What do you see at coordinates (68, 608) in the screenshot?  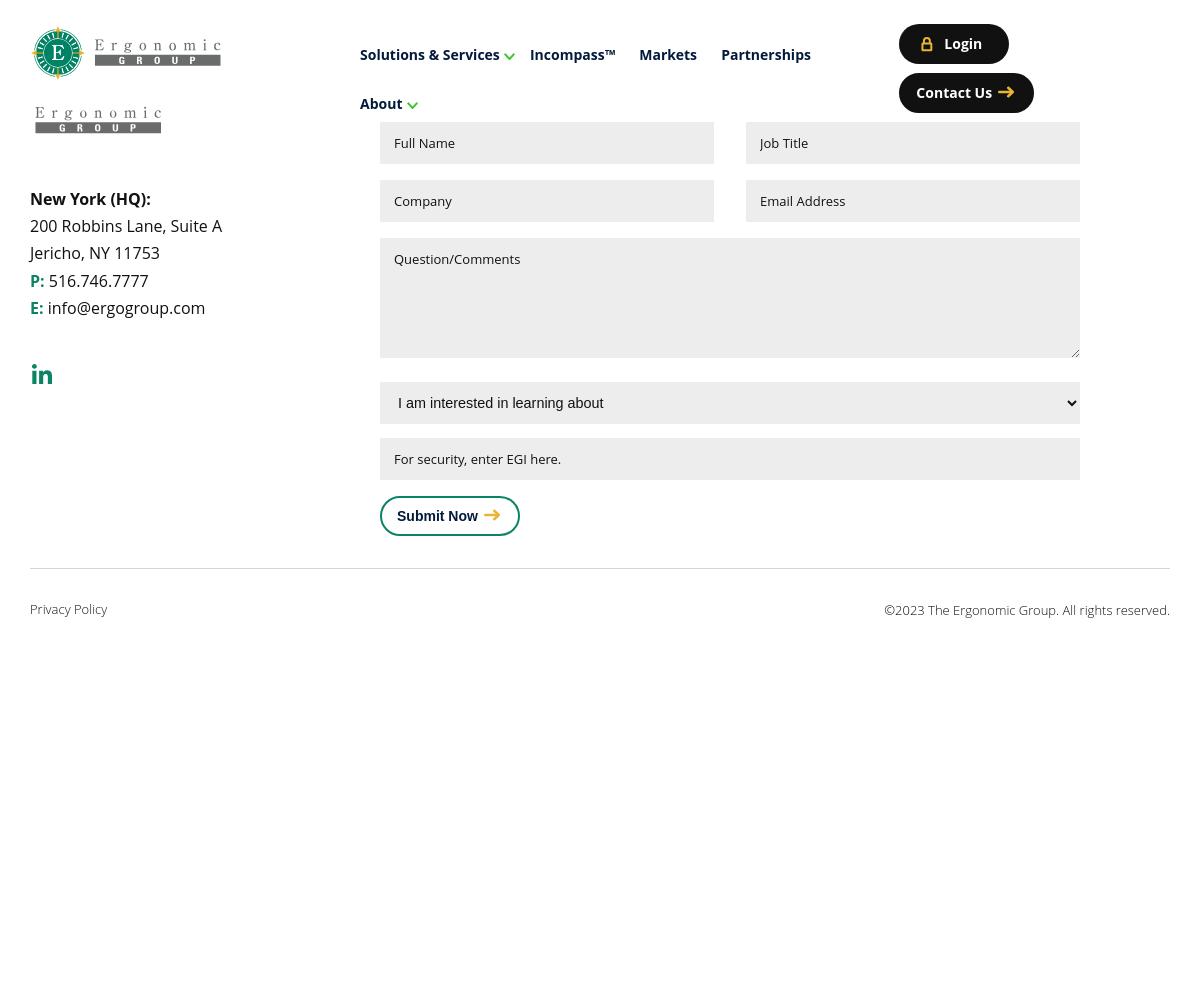 I see `'Privacy Policy'` at bounding box center [68, 608].